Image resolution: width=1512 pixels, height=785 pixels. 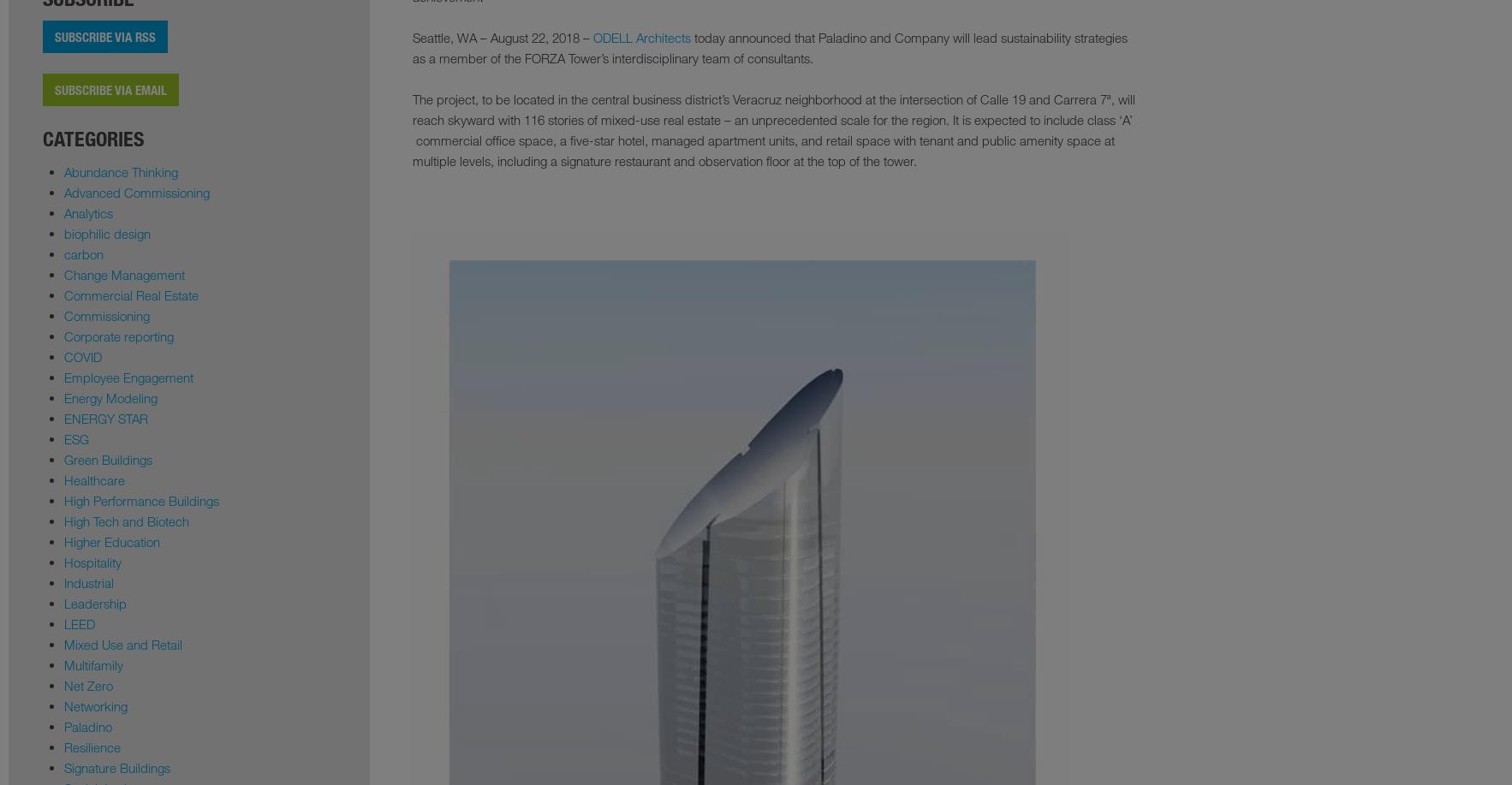 I want to click on 'Multifamily', so click(x=92, y=663).